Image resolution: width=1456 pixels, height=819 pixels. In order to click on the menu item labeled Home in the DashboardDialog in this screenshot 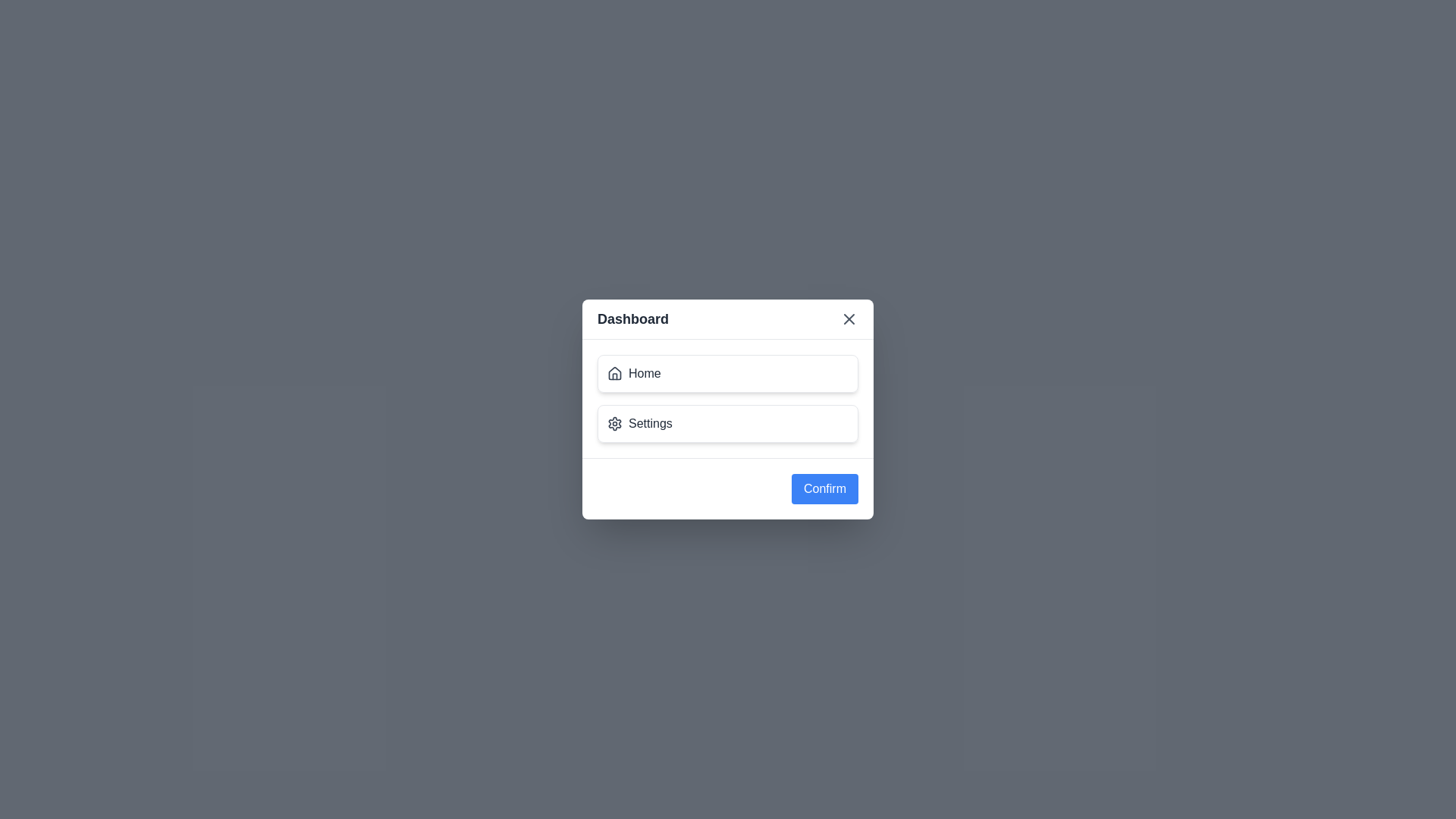, I will do `click(728, 374)`.